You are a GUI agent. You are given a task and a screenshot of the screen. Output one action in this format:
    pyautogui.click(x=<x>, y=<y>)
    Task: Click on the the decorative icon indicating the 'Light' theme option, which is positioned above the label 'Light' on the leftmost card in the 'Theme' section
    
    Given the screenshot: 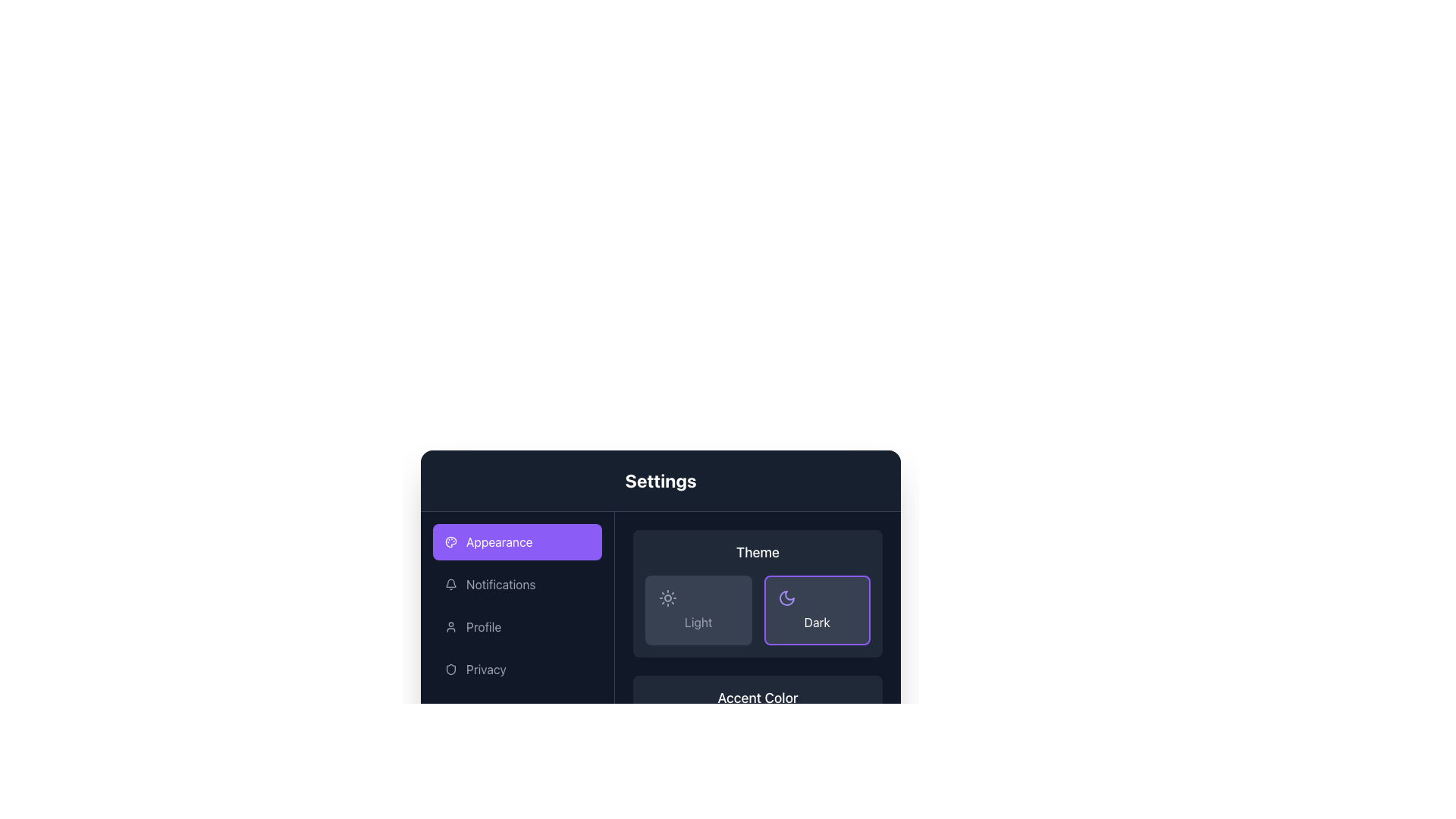 What is the action you would take?
    pyautogui.click(x=667, y=598)
    